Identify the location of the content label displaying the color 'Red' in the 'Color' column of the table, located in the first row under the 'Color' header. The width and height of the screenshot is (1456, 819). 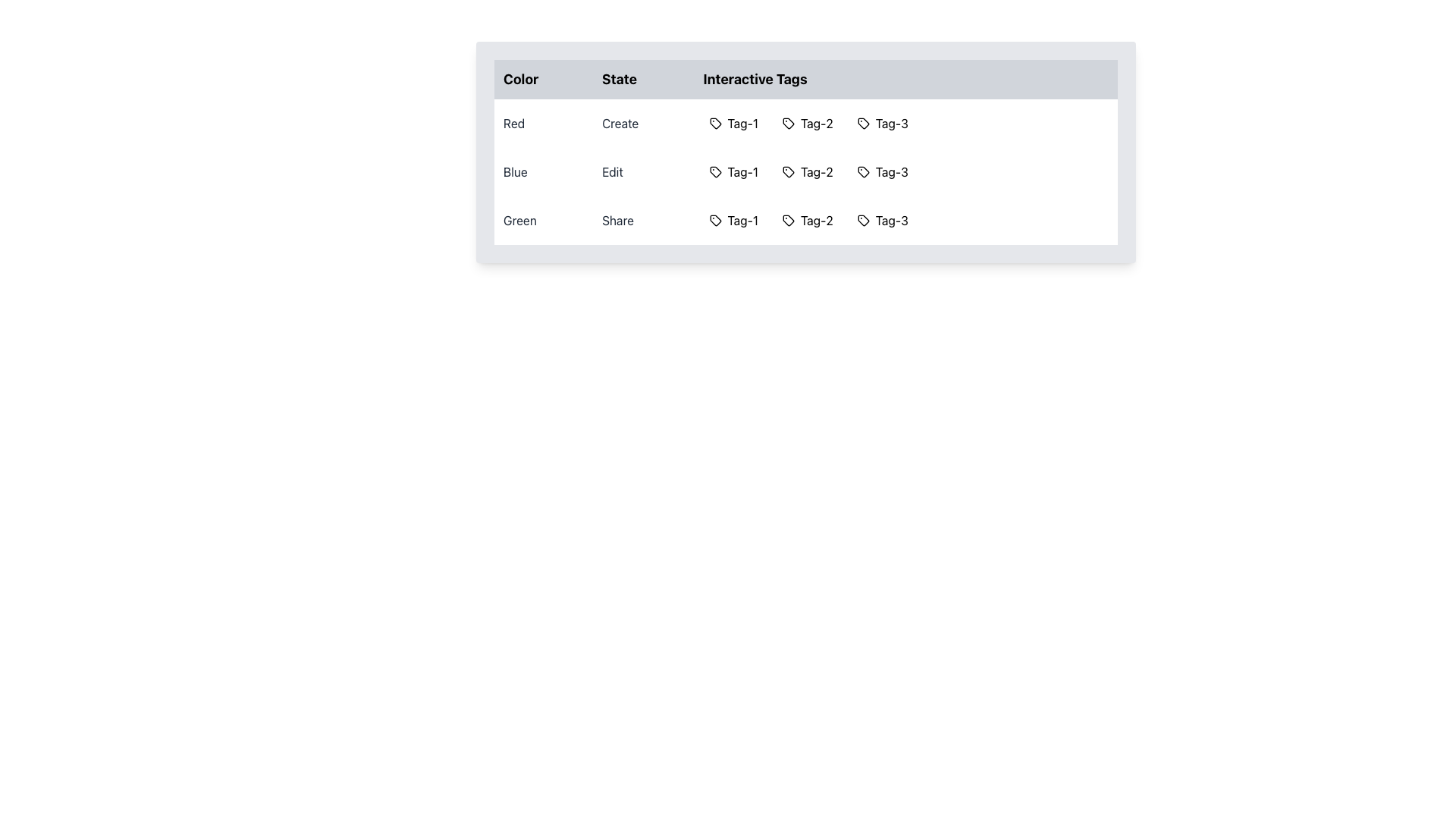
(543, 122).